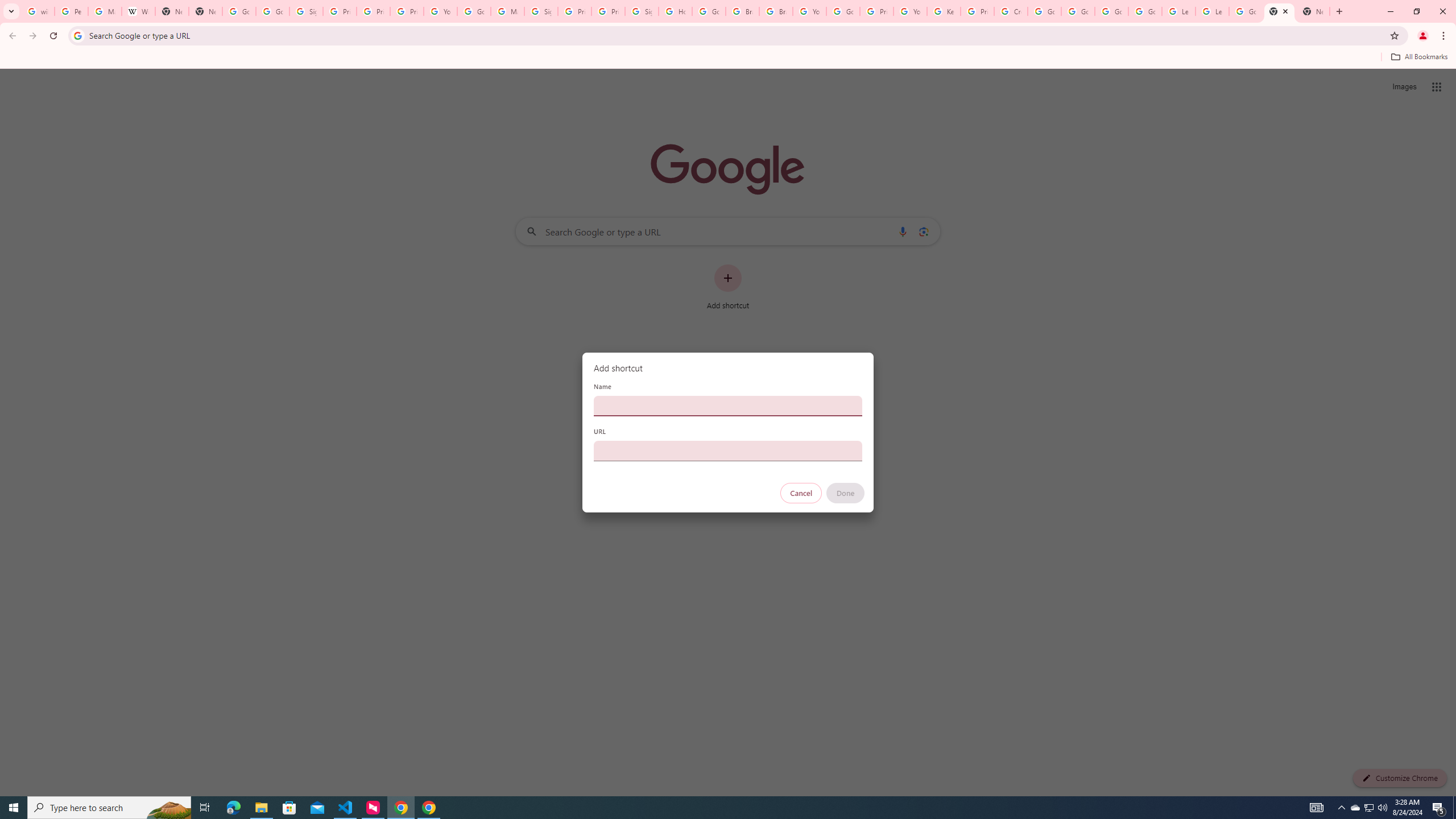 The width and height of the screenshot is (1456, 819). What do you see at coordinates (742, 11) in the screenshot?
I see `'Brand Resource Center'` at bounding box center [742, 11].